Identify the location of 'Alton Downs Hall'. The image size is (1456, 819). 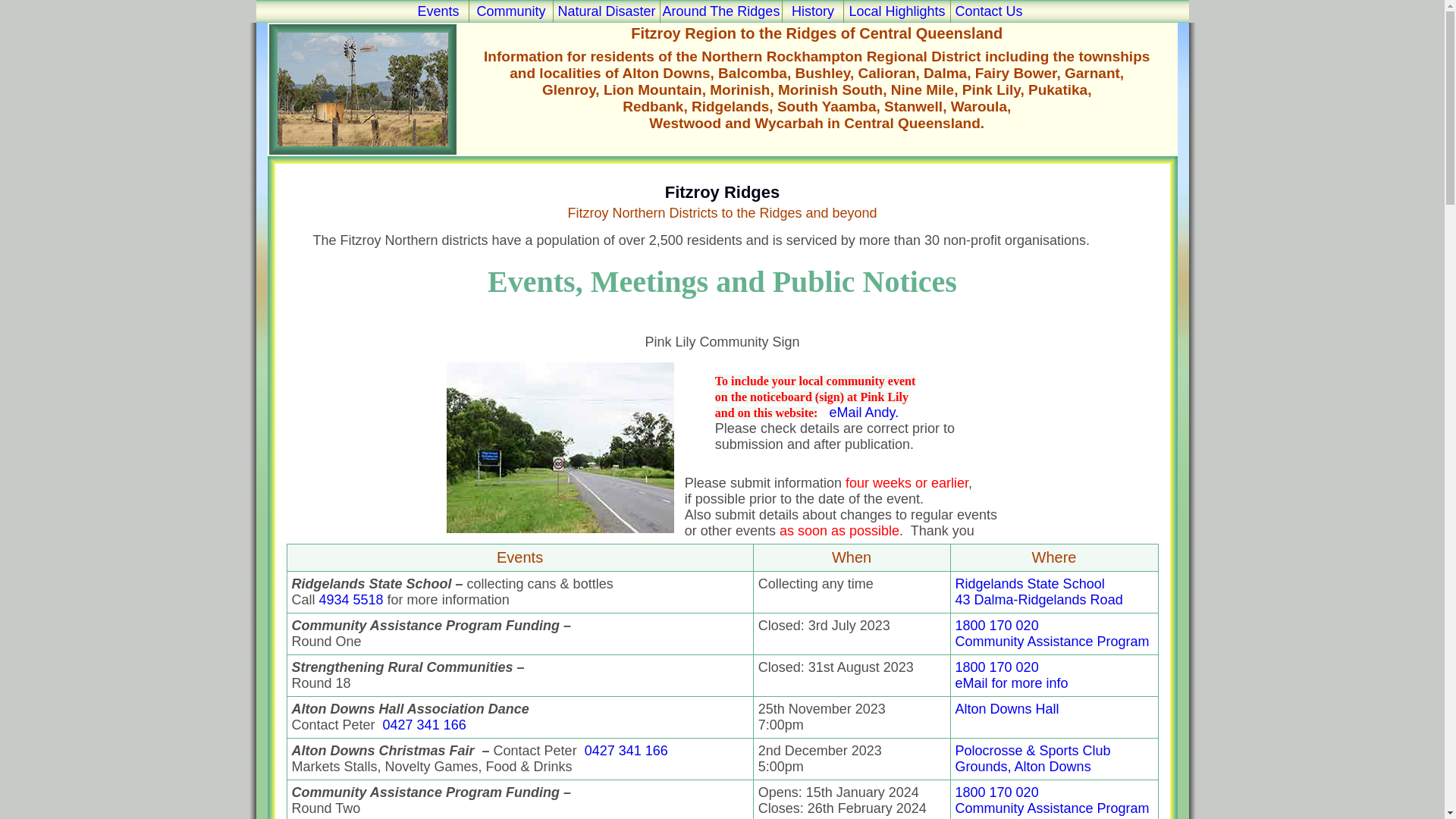
(1007, 708).